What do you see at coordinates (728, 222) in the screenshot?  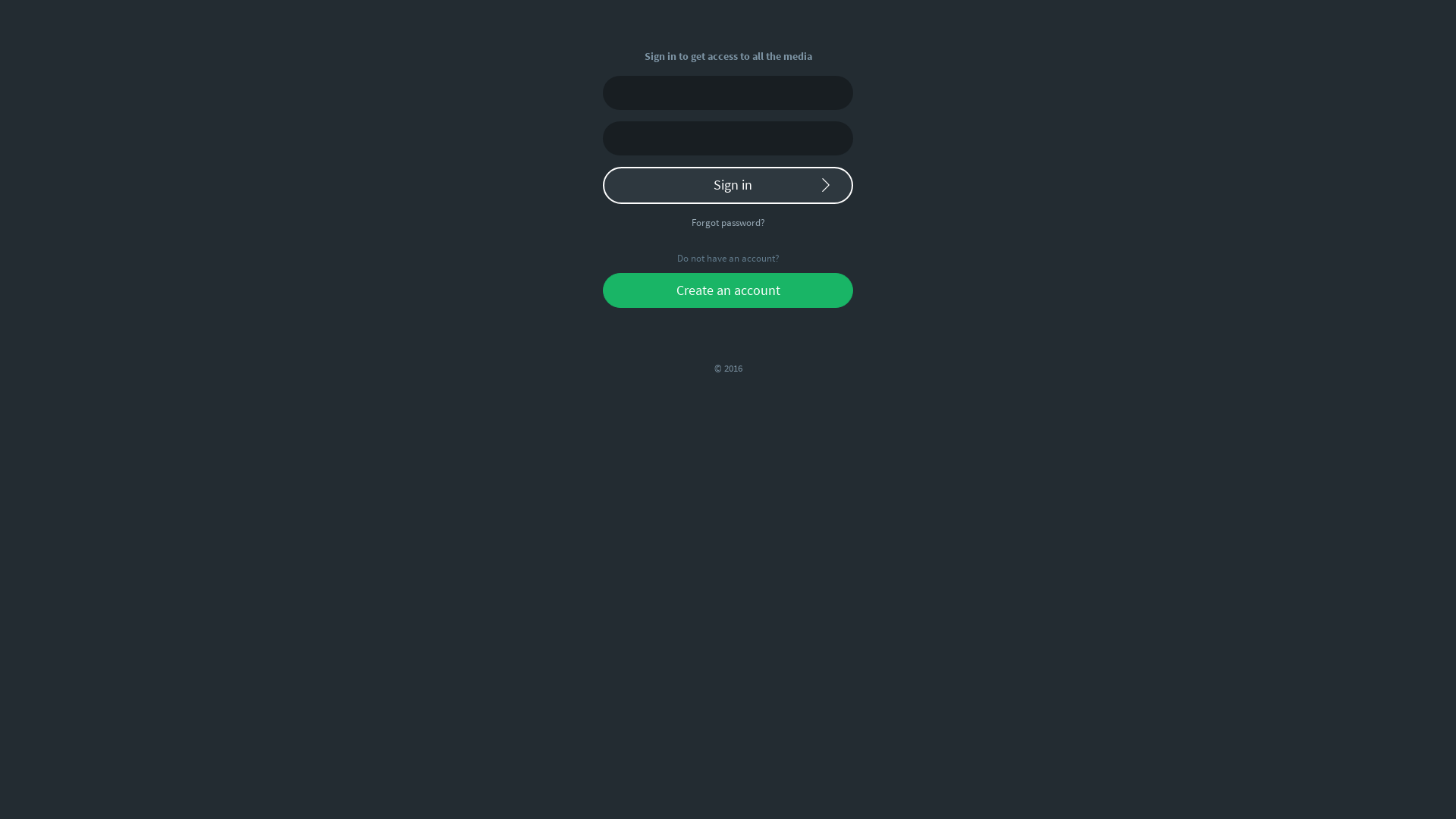 I see `'Forgot password?'` at bounding box center [728, 222].